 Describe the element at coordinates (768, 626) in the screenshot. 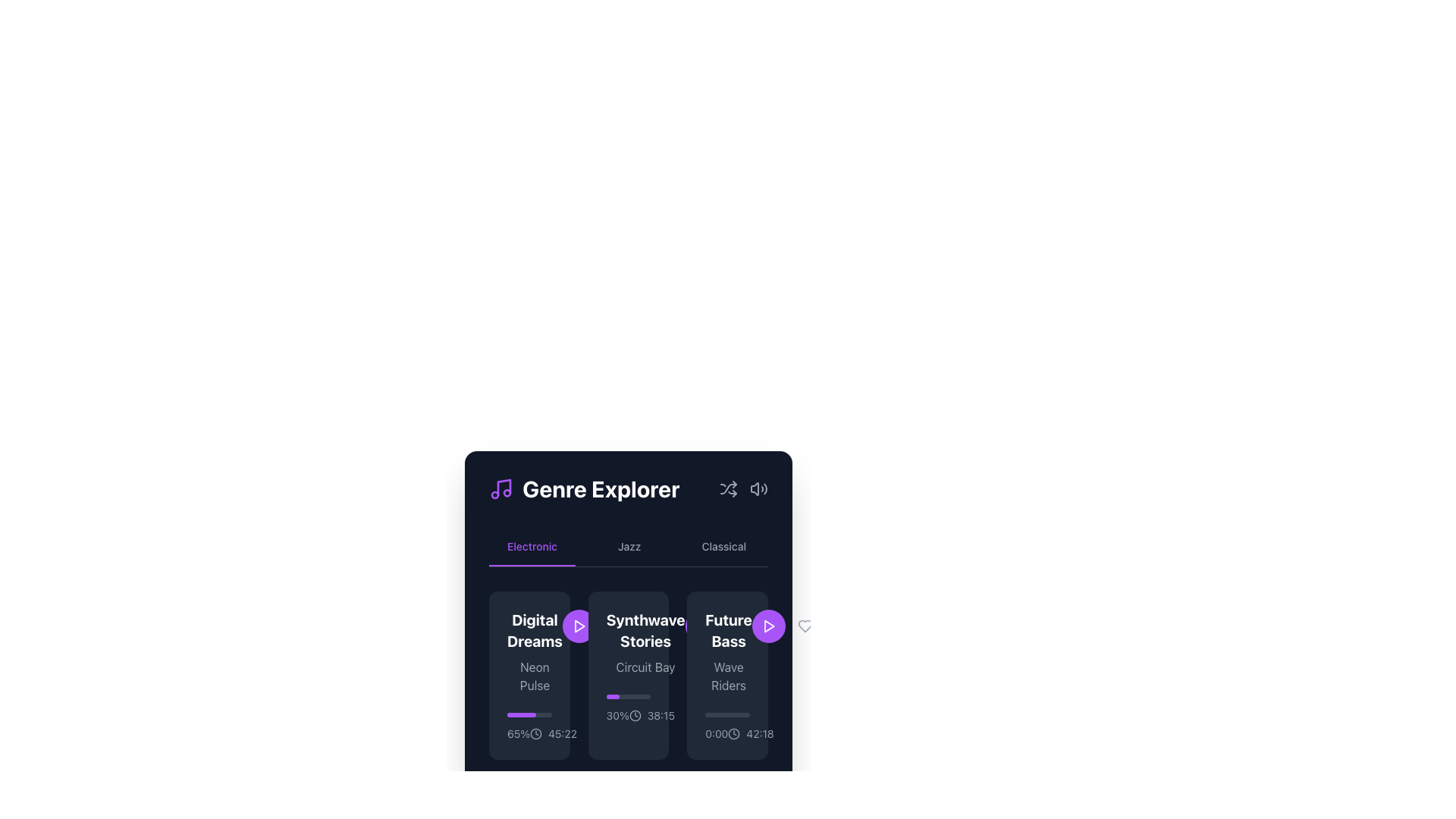

I see `the playback button located next to the 'Future Bass' card in the genre explorer interface to initiate playback of the associated content` at that location.